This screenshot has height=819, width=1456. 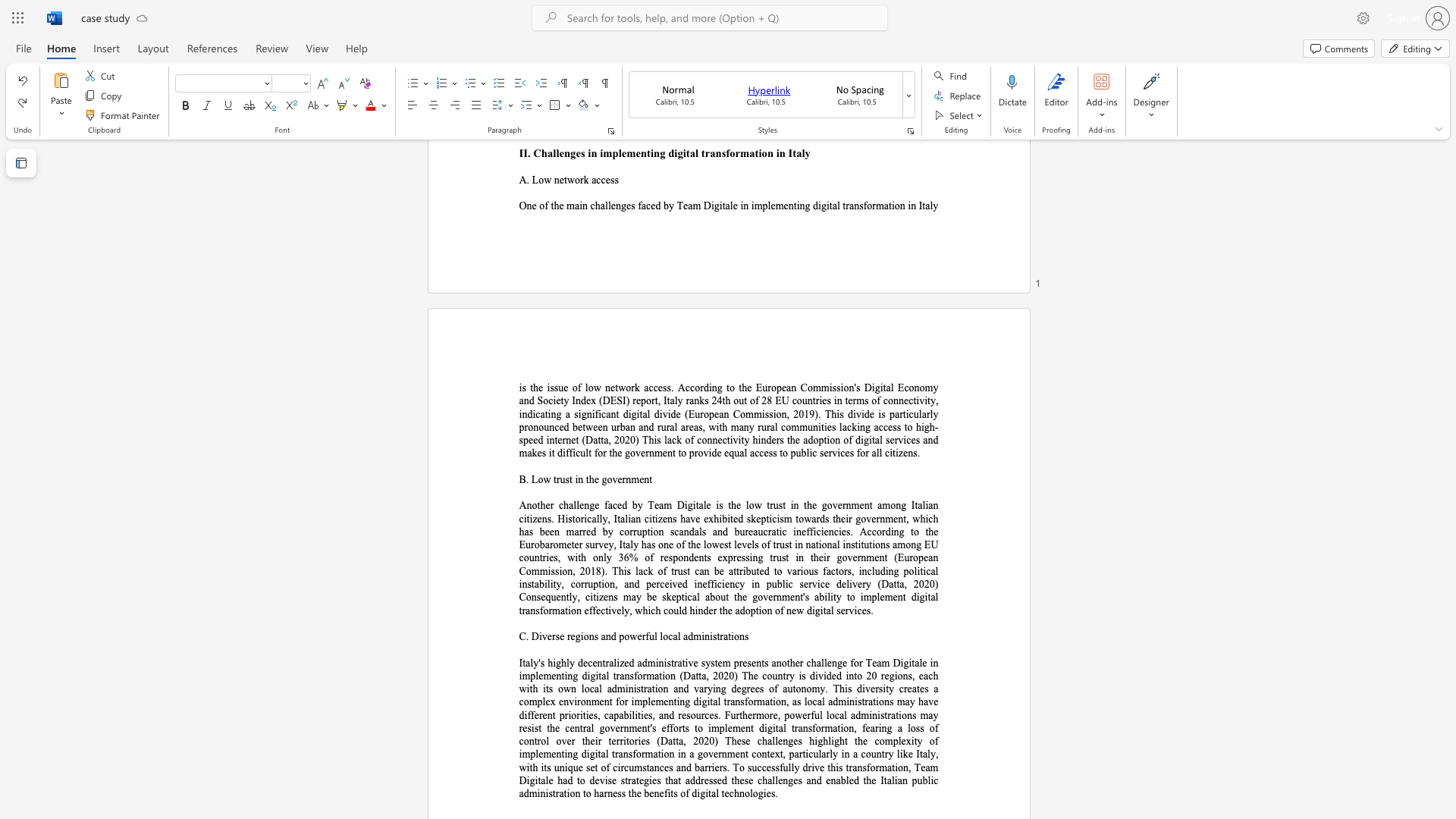 What do you see at coordinates (588, 479) in the screenshot?
I see `the subset text "he gover" within the text "B. Low trust in the government"` at bounding box center [588, 479].